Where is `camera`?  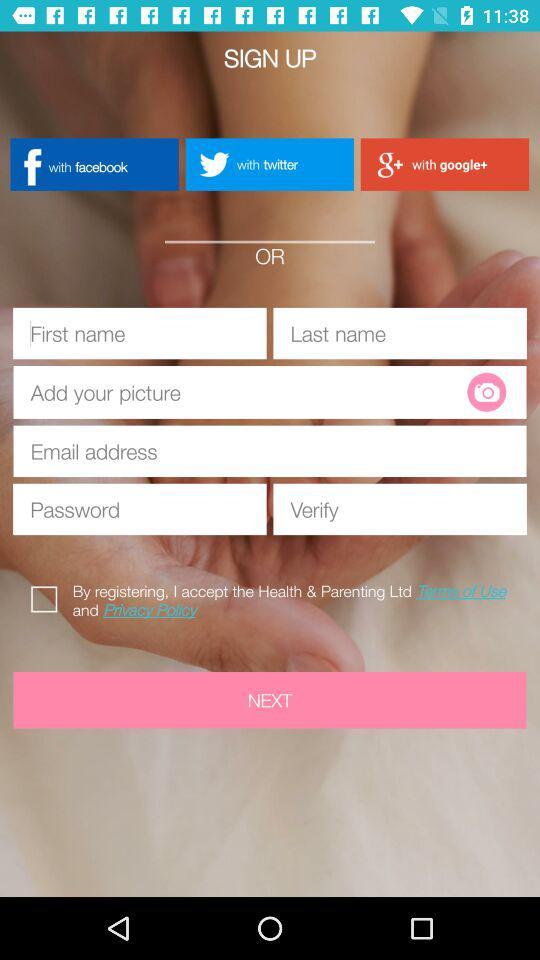
camera is located at coordinates (485, 391).